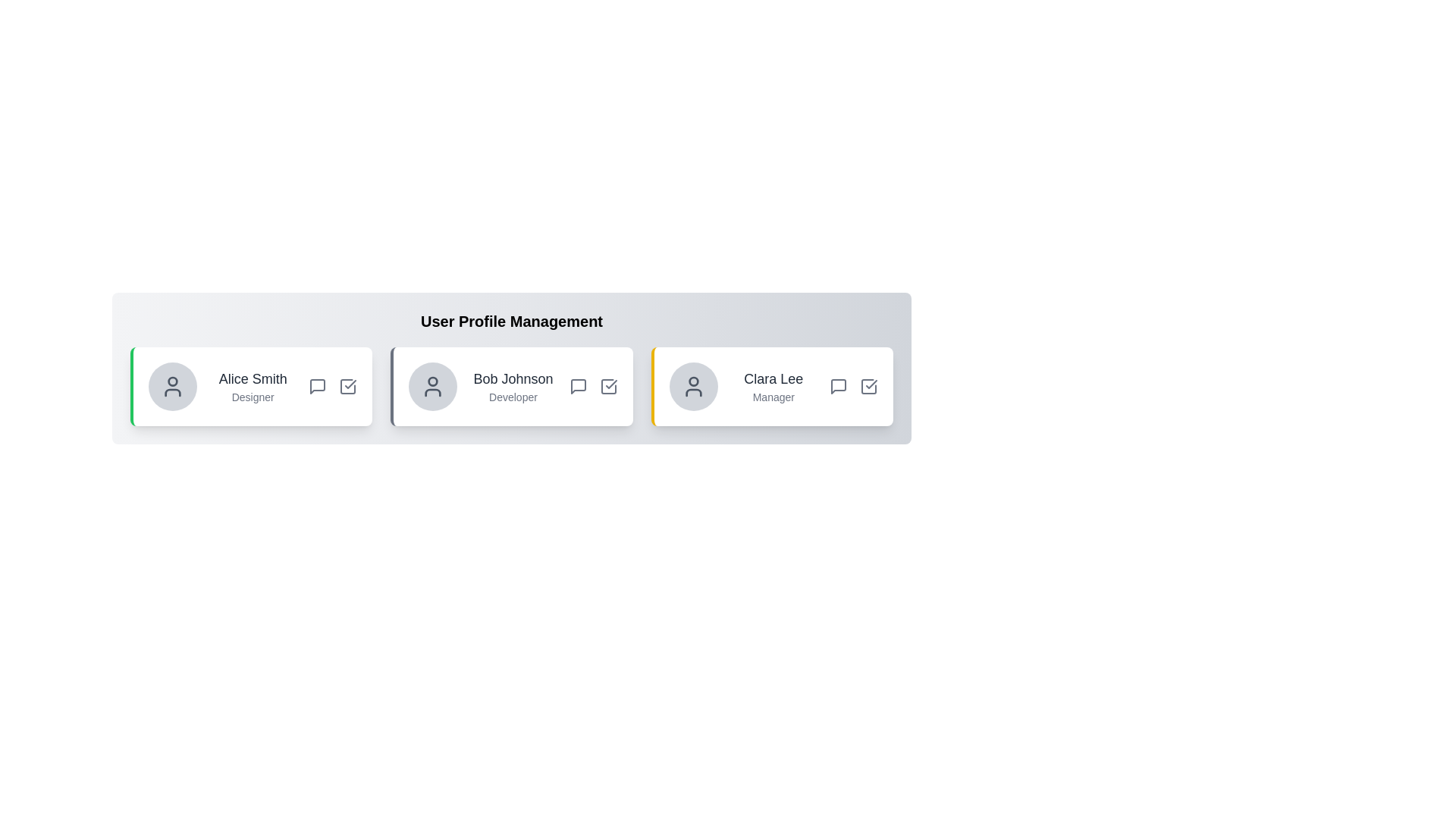 Image resolution: width=1456 pixels, height=819 pixels. What do you see at coordinates (432, 391) in the screenshot?
I see `the icon representing user Bob Johnson, located in the second card from the left in the user profile list` at bounding box center [432, 391].